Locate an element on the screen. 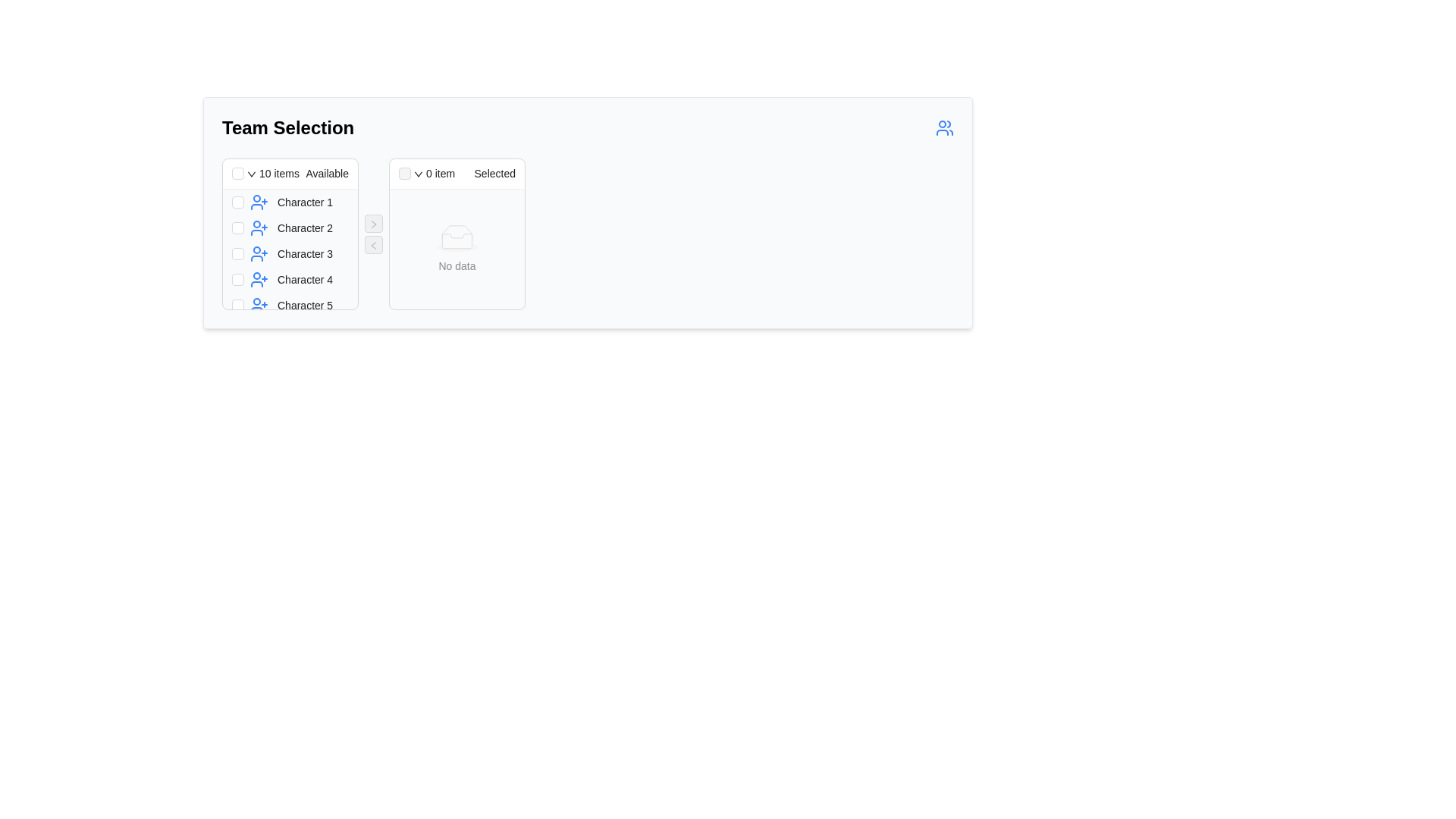 The width and height of the screenshot is (1456, 819). the 'Character 2' text label located in the 'Team Selection' panel under the 'Available' section, which is the second item in a vertically aligned list is located at coordinates (304, 227).